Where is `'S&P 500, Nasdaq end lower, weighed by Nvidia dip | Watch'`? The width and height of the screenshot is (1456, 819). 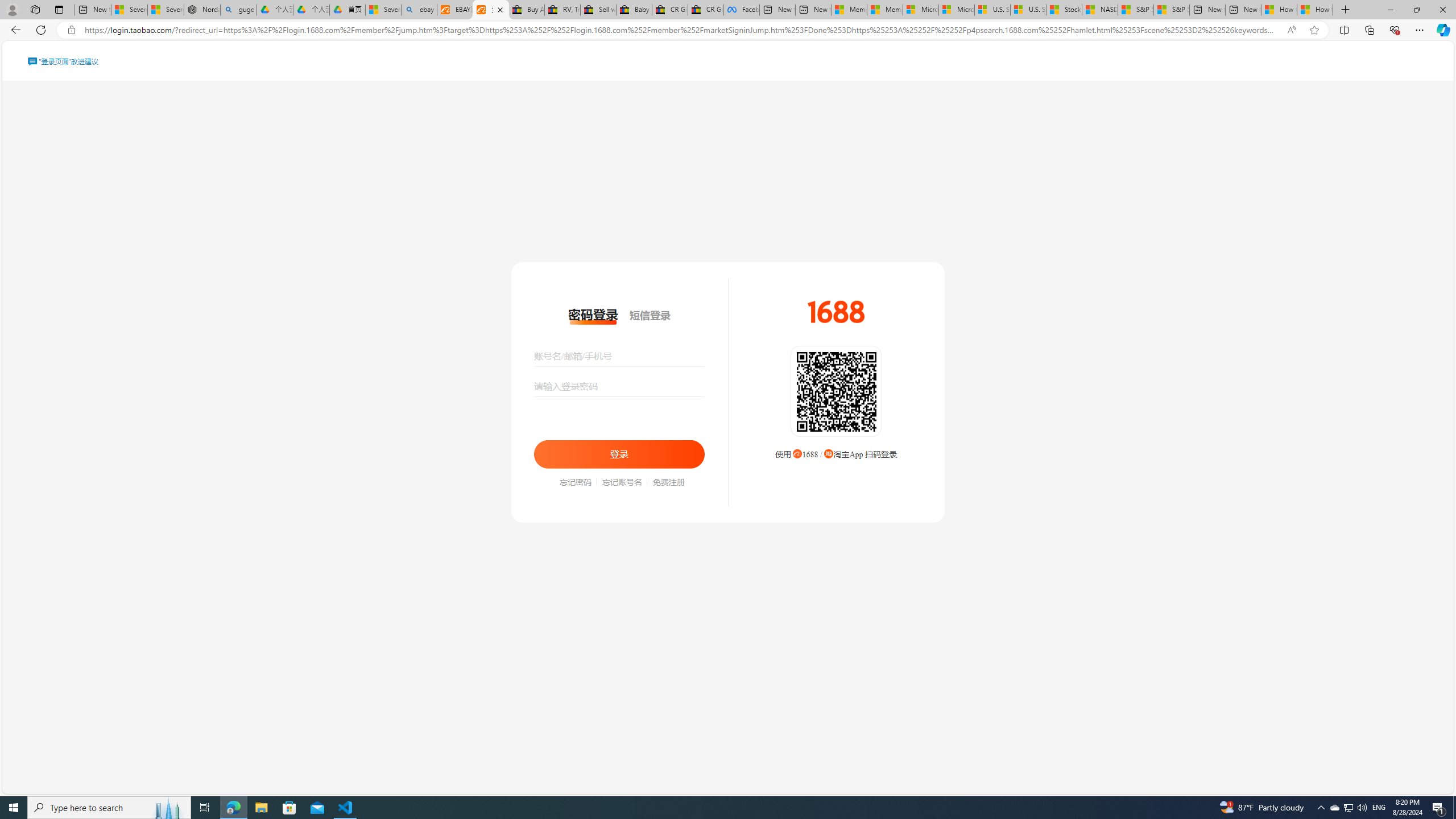
'S&P 500, Nasdaq end lower, weighed by Nvidia dip | Watch' is located at coordinates (1170, 9).